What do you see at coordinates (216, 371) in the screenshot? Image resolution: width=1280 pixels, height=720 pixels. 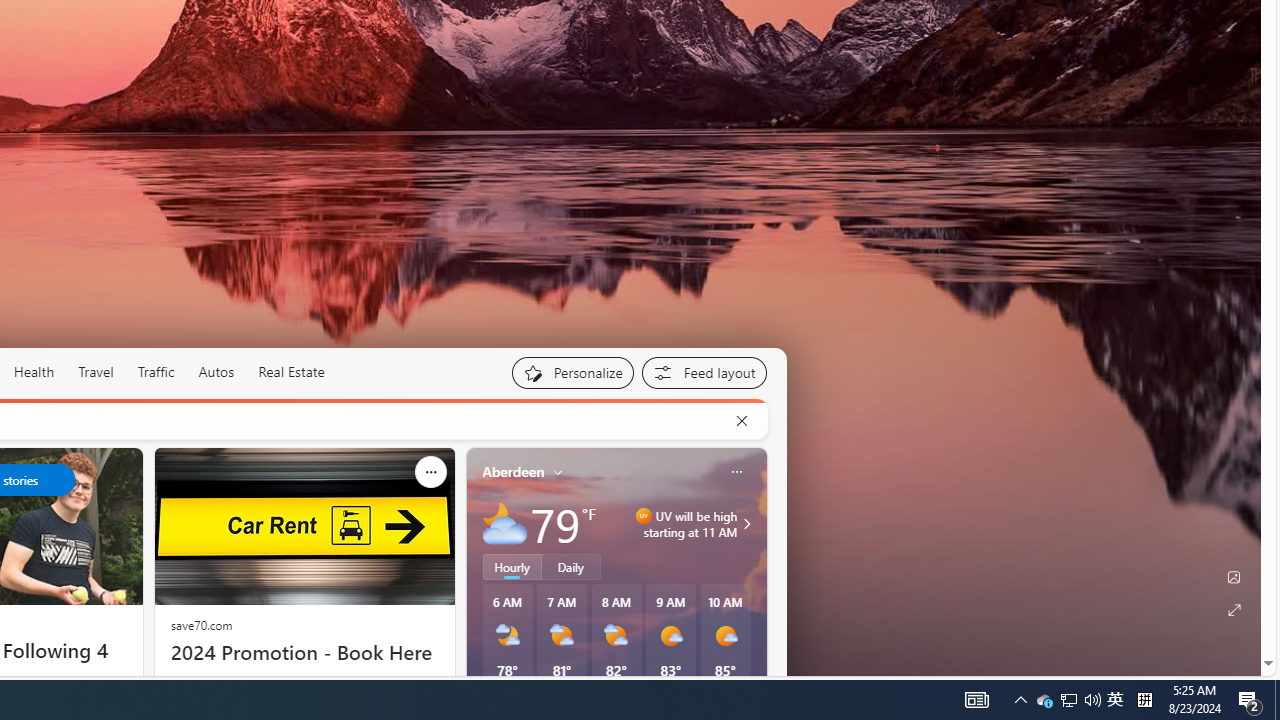 I see `'Autos'` at bounding box center [216, 371].